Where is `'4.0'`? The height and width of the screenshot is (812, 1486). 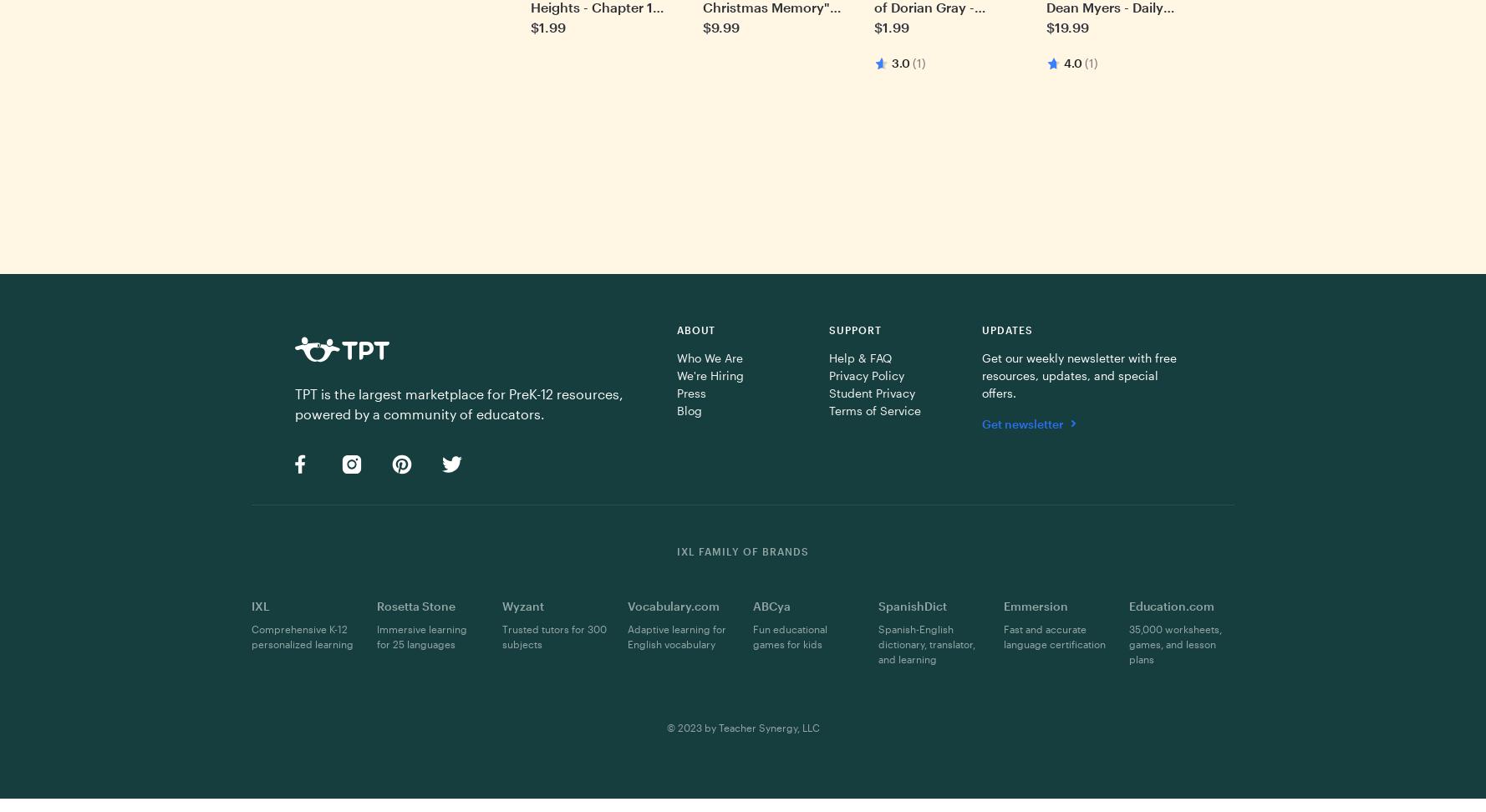 '4.0' is located at coordinates (1072, 62).